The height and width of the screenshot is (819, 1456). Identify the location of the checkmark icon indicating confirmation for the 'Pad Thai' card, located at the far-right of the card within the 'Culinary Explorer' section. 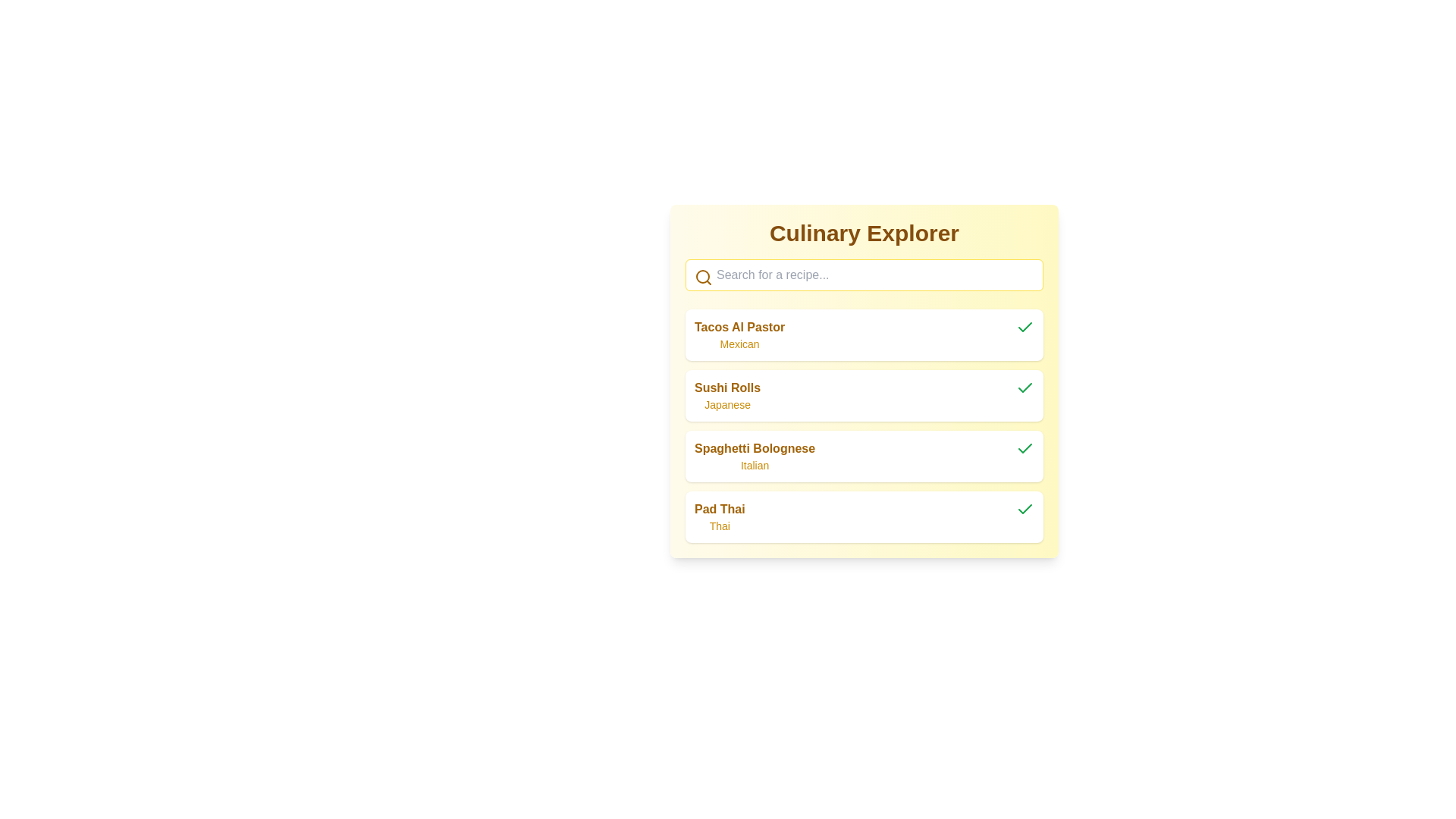
(1025, 509).